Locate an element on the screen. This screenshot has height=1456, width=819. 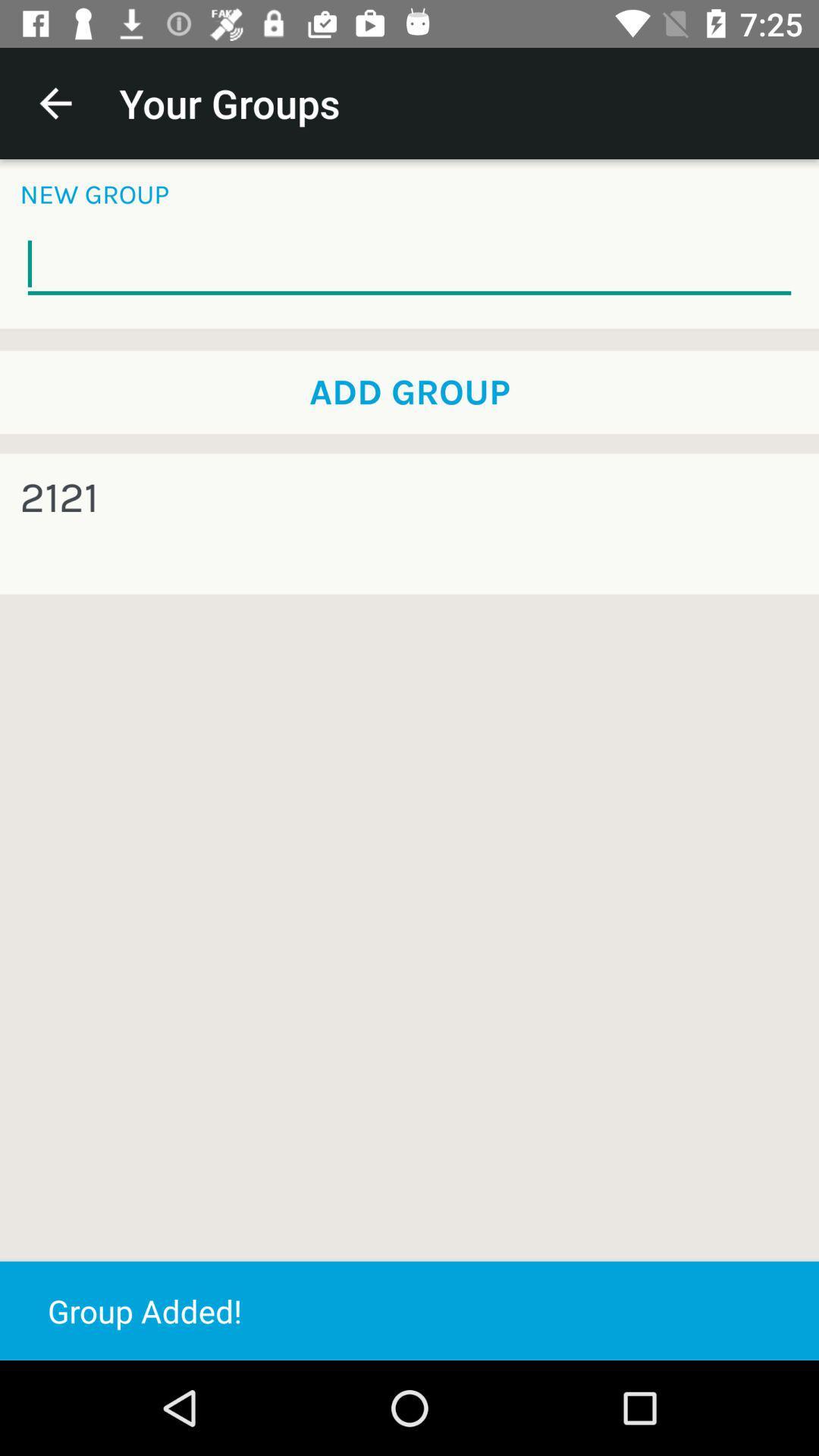
icon above 2121 icon is located at coordinates (409, 392).